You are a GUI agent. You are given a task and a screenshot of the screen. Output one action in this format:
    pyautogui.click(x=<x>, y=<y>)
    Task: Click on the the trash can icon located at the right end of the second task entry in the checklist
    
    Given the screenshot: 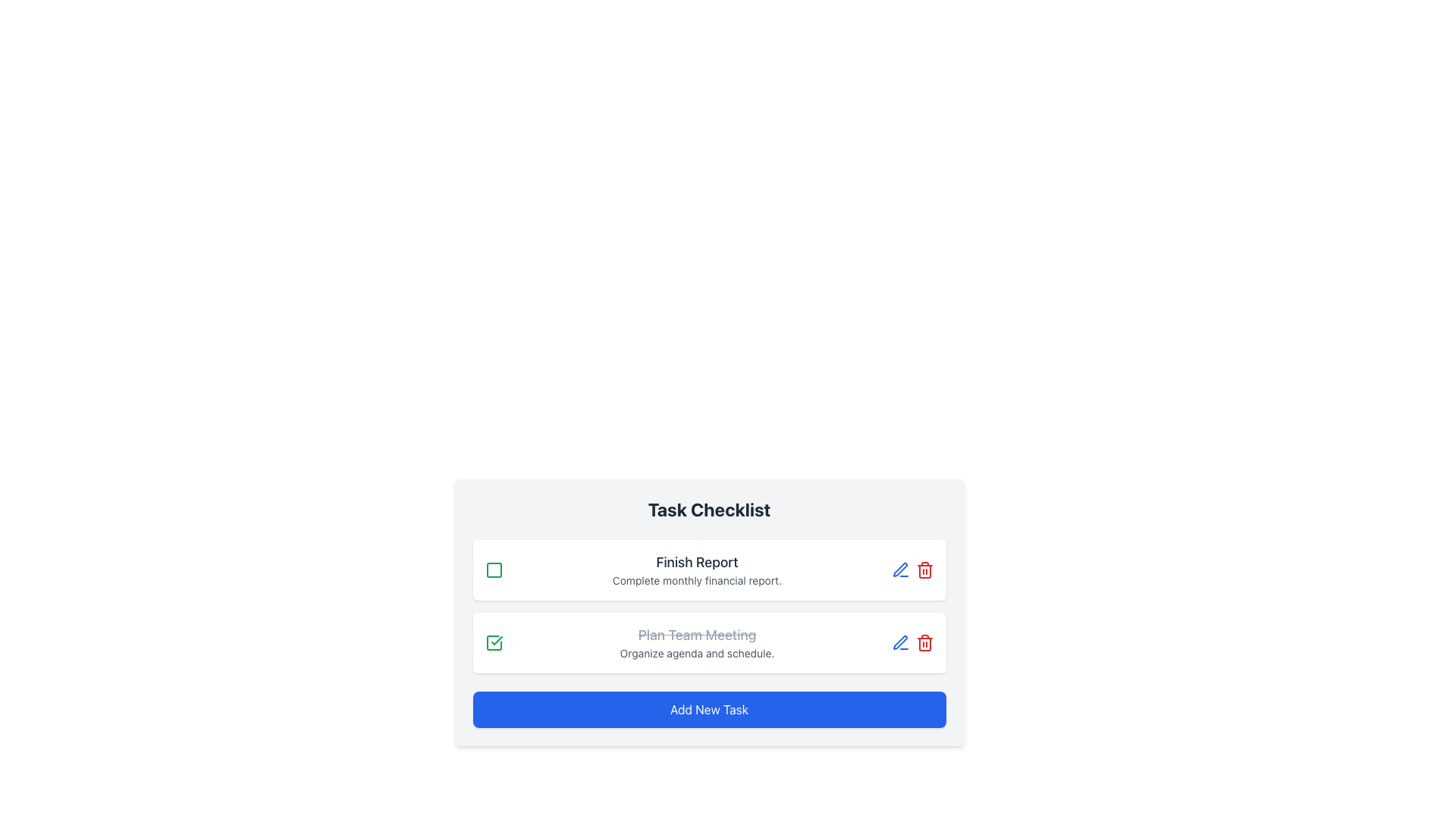 What is the action you would take?
    pyautogui.click(x=924, y=643)
    